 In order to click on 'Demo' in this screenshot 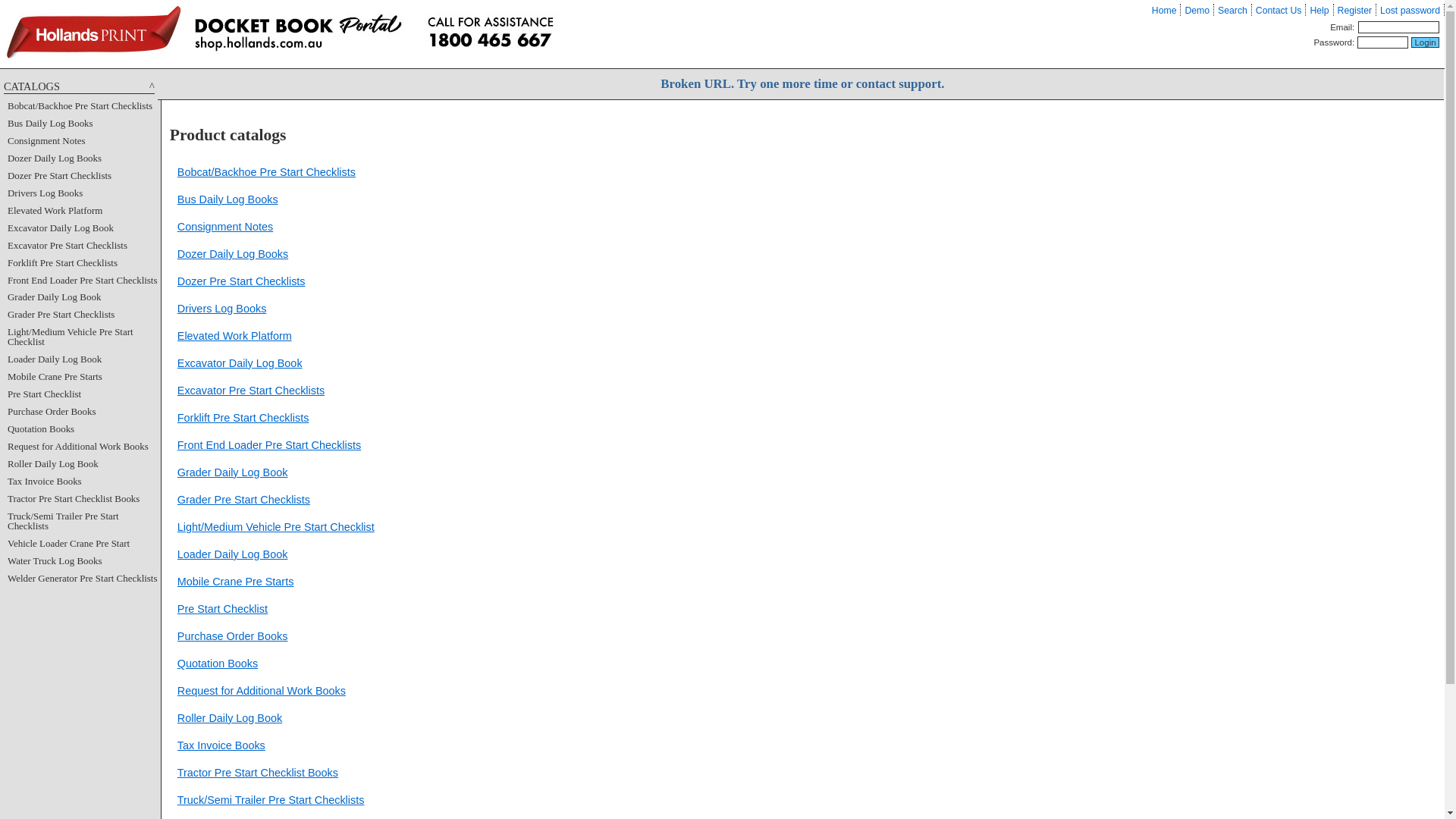, I will do `click(1196, 11)`.